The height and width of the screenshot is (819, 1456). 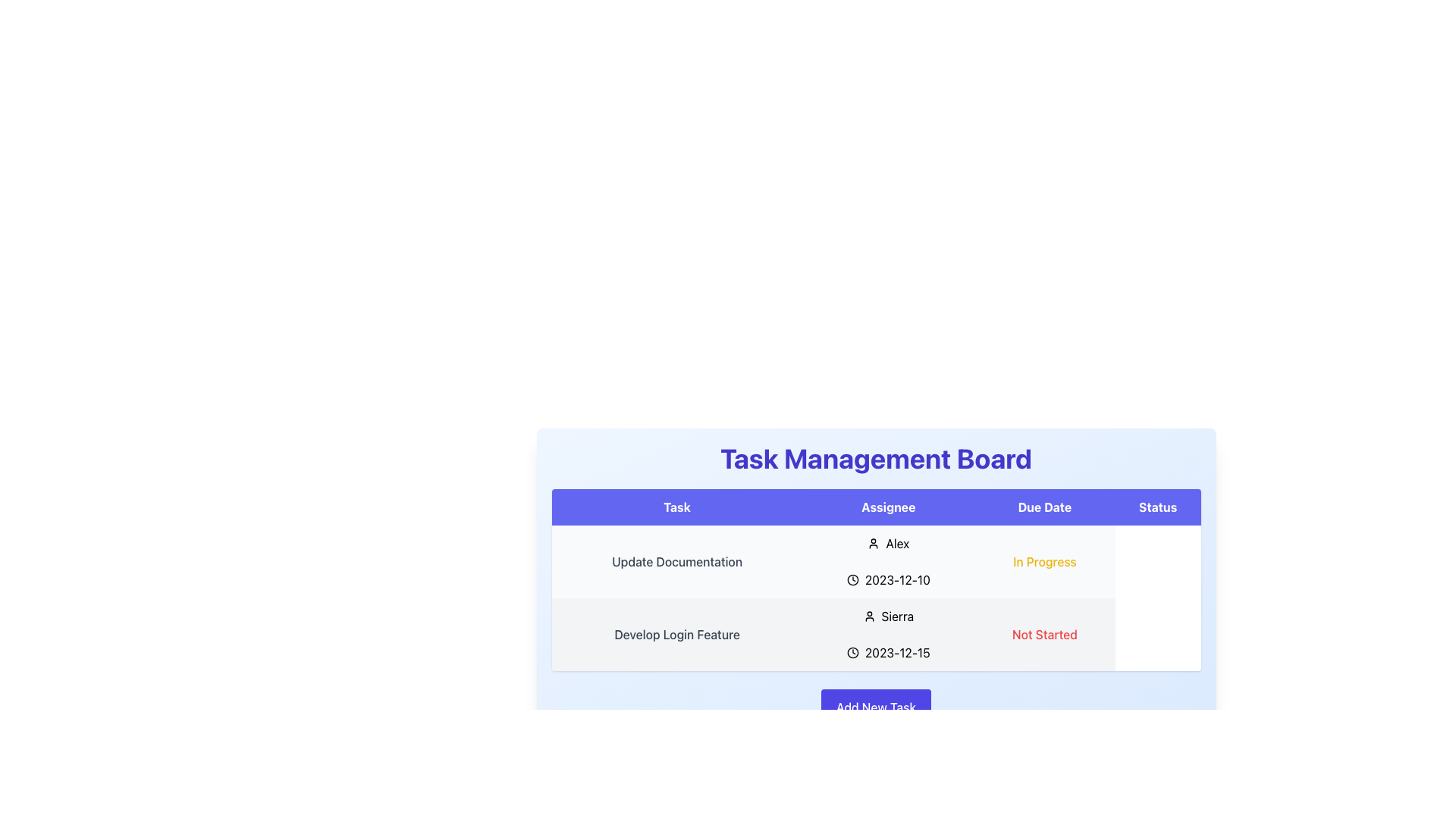 What do you see at coordinates (876, 507) in the screenshot?
I see `the table header row with sections labeled 'Task', 'Assignee', 'Due Date', and 'Status', which has an indigo background and white centered text` at bounding box center [876, 507].